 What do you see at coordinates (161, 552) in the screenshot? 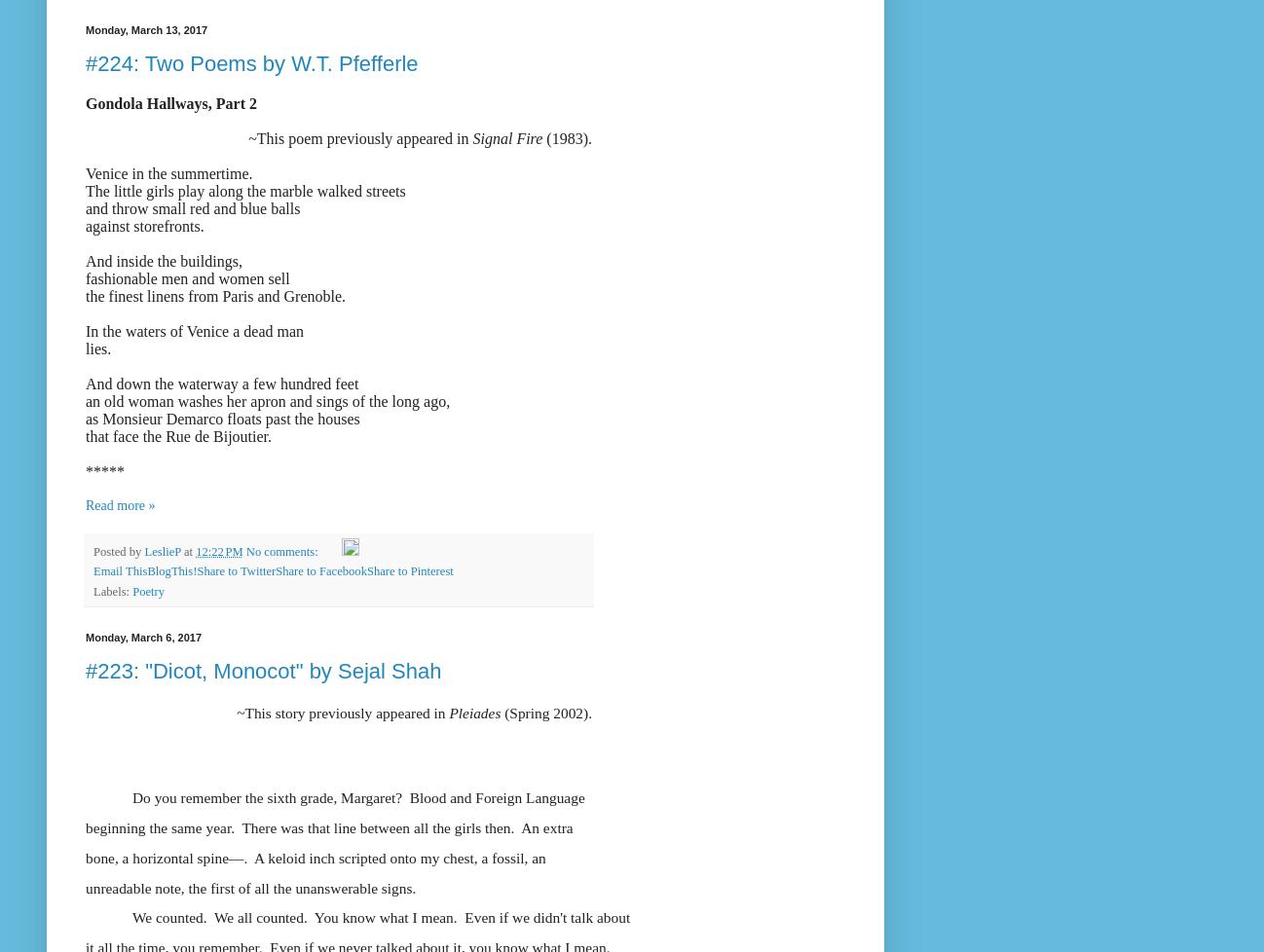
I see `'LeslieP'` at bounding box center [161, 552].